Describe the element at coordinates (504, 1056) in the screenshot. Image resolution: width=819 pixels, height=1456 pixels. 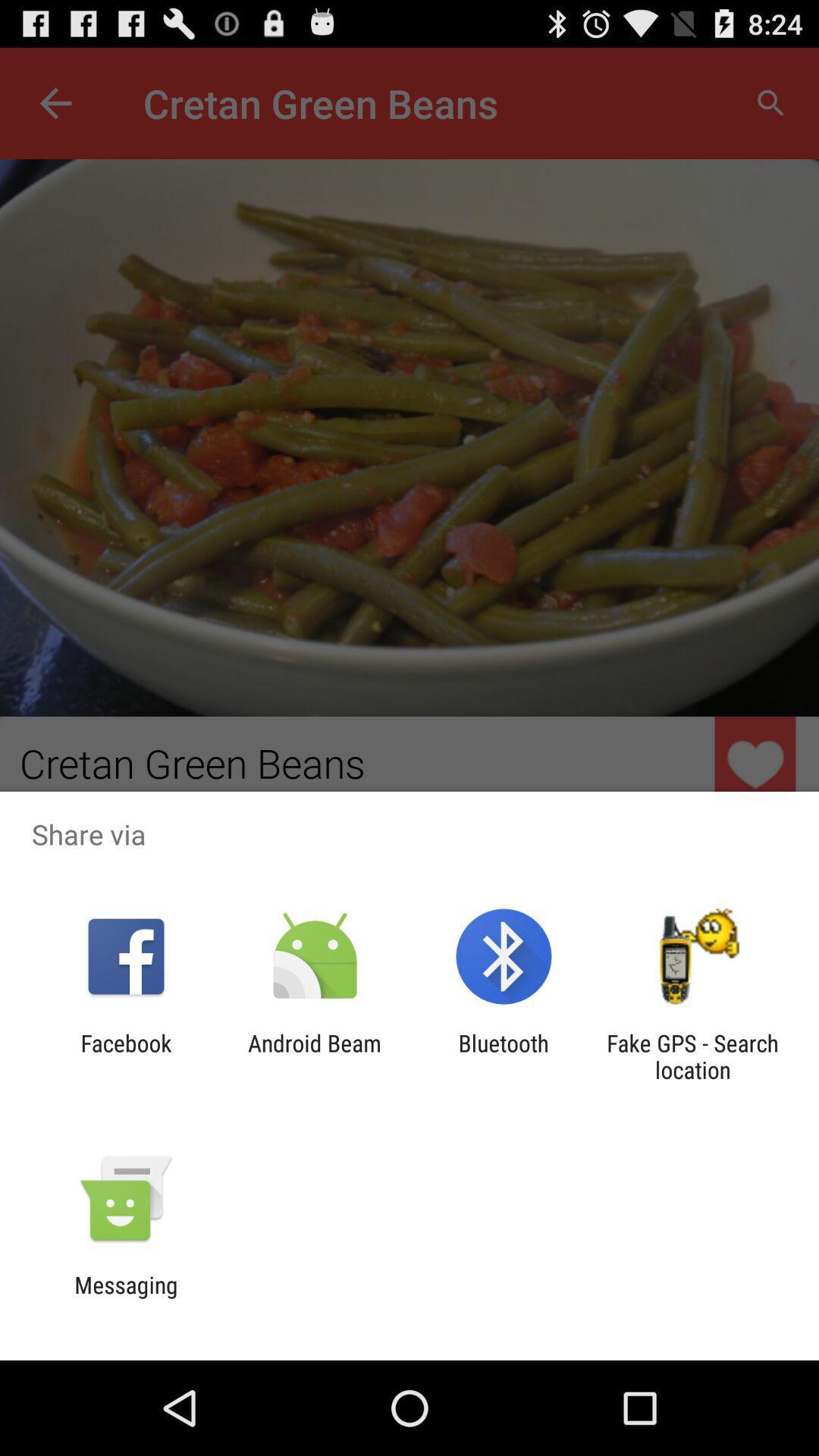
I see `the bluetooth` at that location.